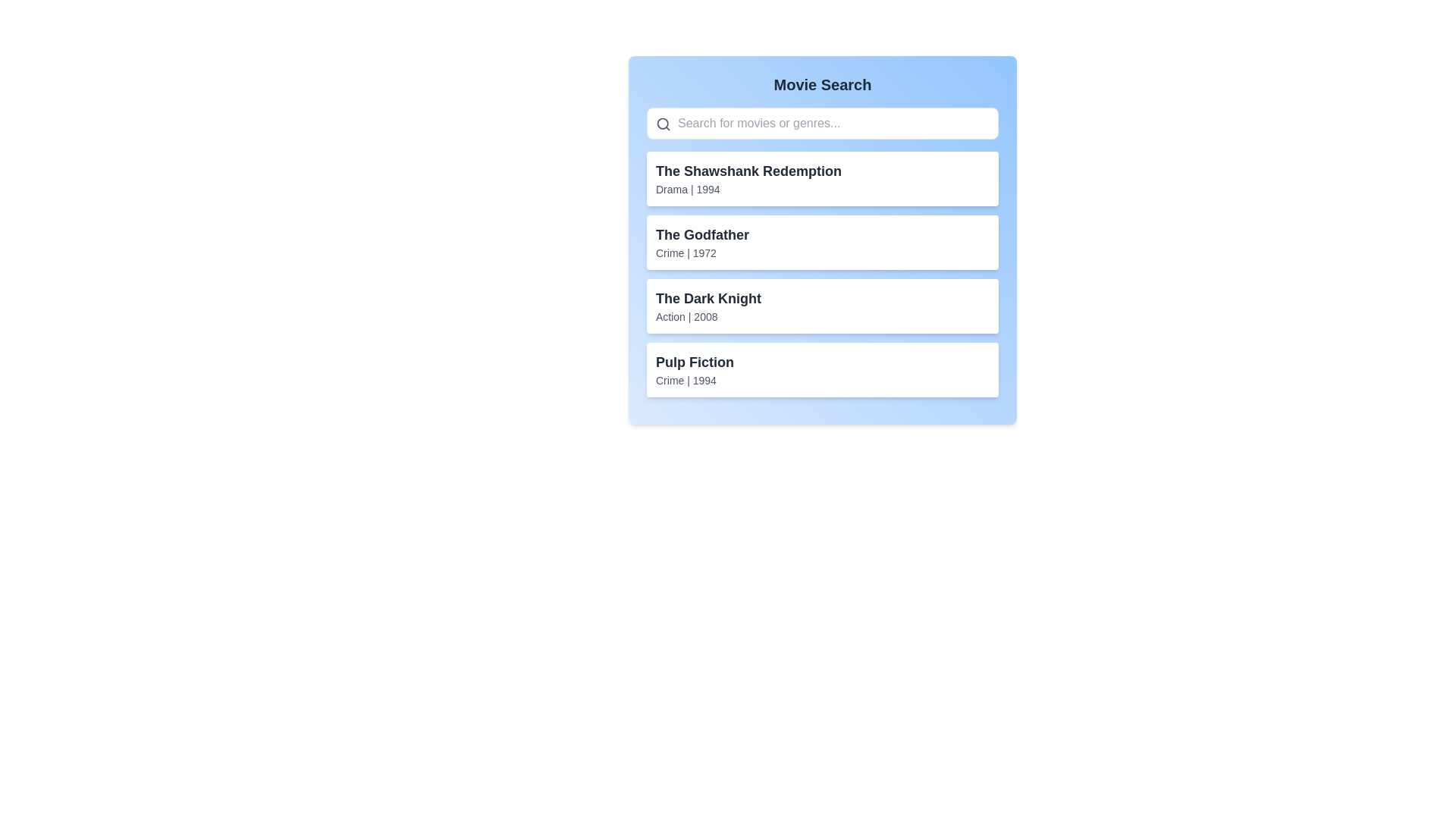  I want to click on information displayed in the text block for the movie 'Pulp Fiction', which includes the title, genre, and year, so click(694, 370).